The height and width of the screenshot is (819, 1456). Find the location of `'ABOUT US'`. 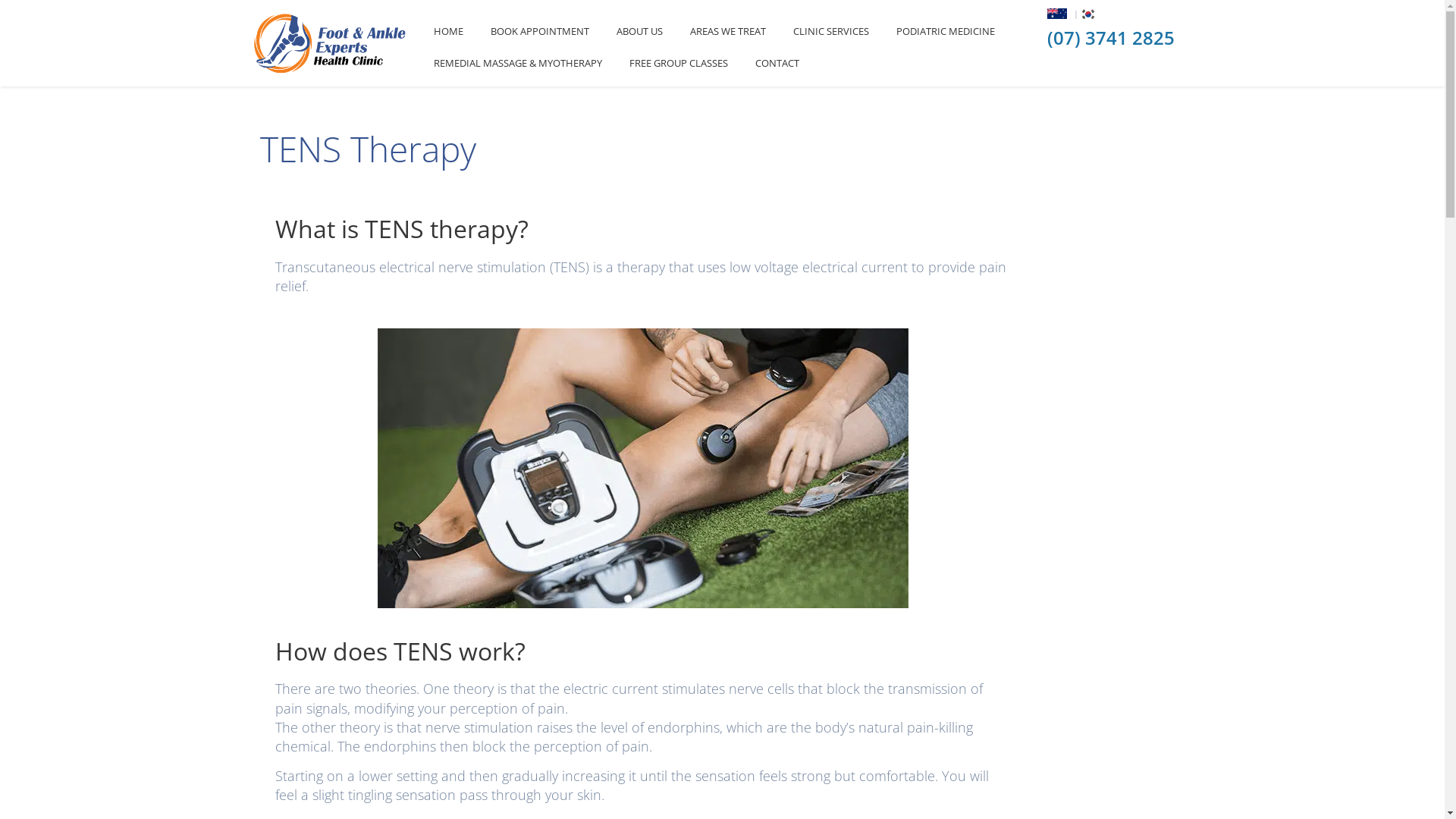

'ABOUT US' is located at coordinates (639, 31).